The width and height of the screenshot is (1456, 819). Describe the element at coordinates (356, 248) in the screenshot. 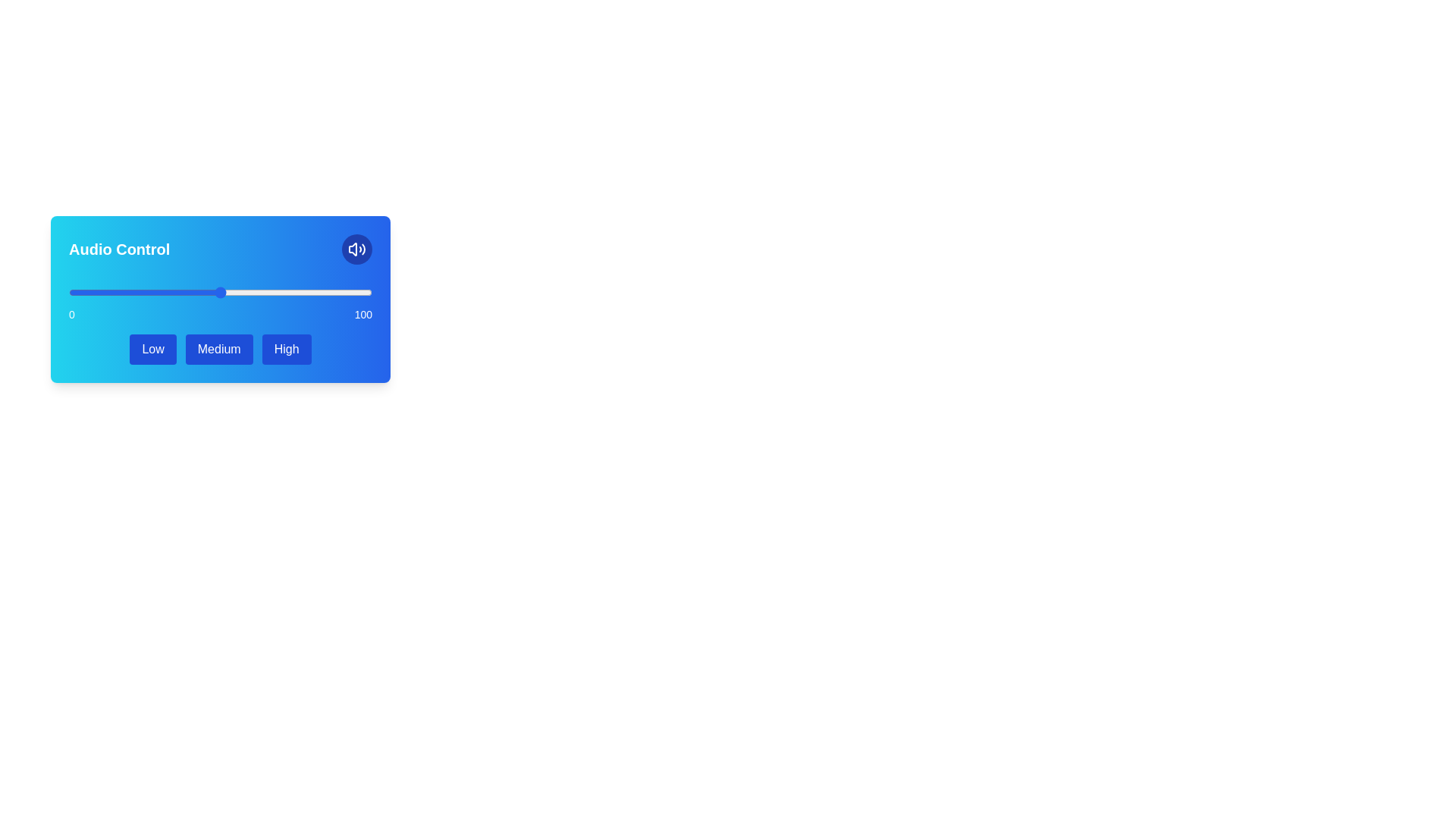

I see `the circular dark blue button with a white speaker icon in the top-right corner of the 'Audio Control' section` at that location.